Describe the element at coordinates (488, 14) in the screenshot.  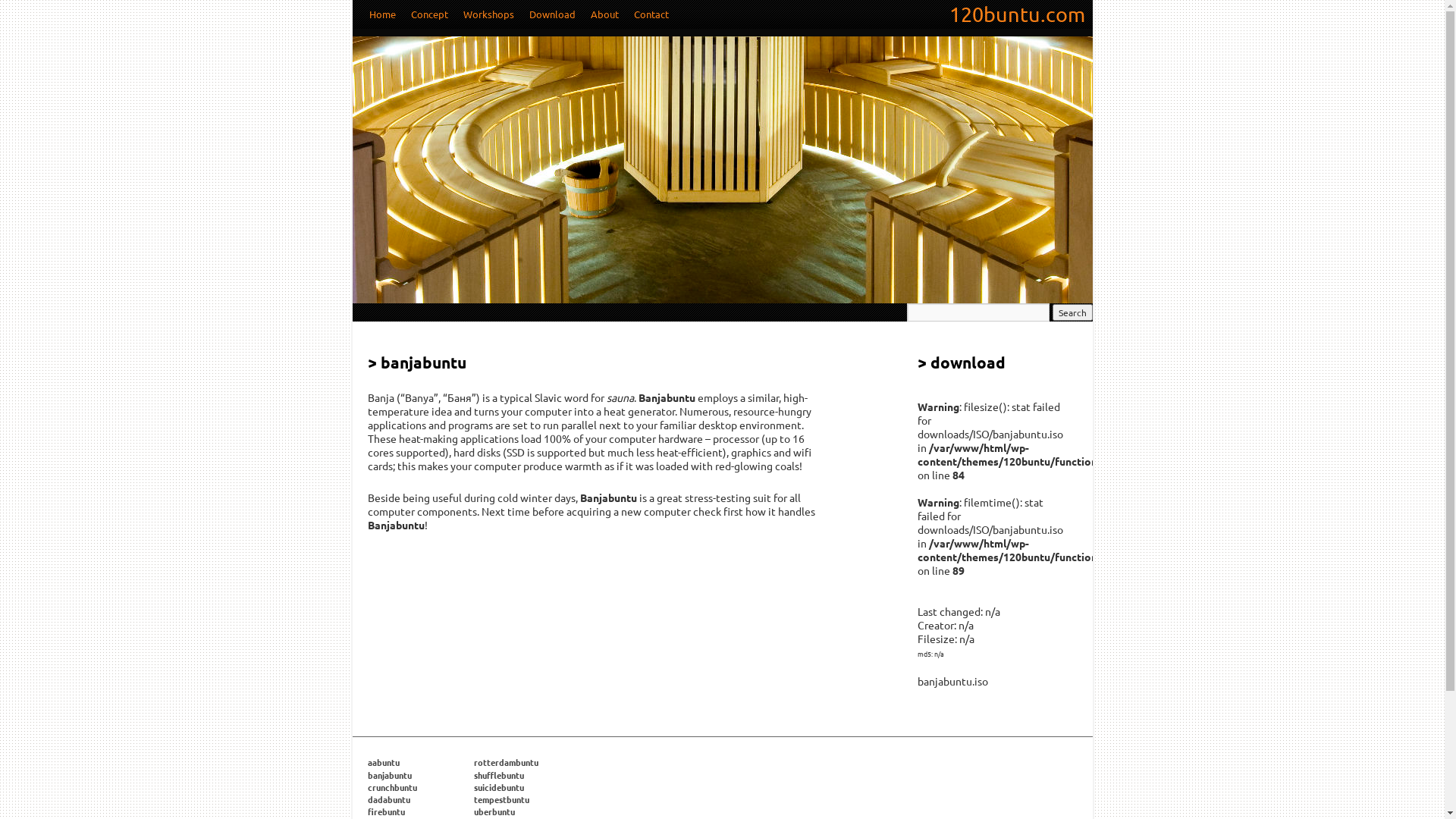
I see `'Workshops'` at that location.